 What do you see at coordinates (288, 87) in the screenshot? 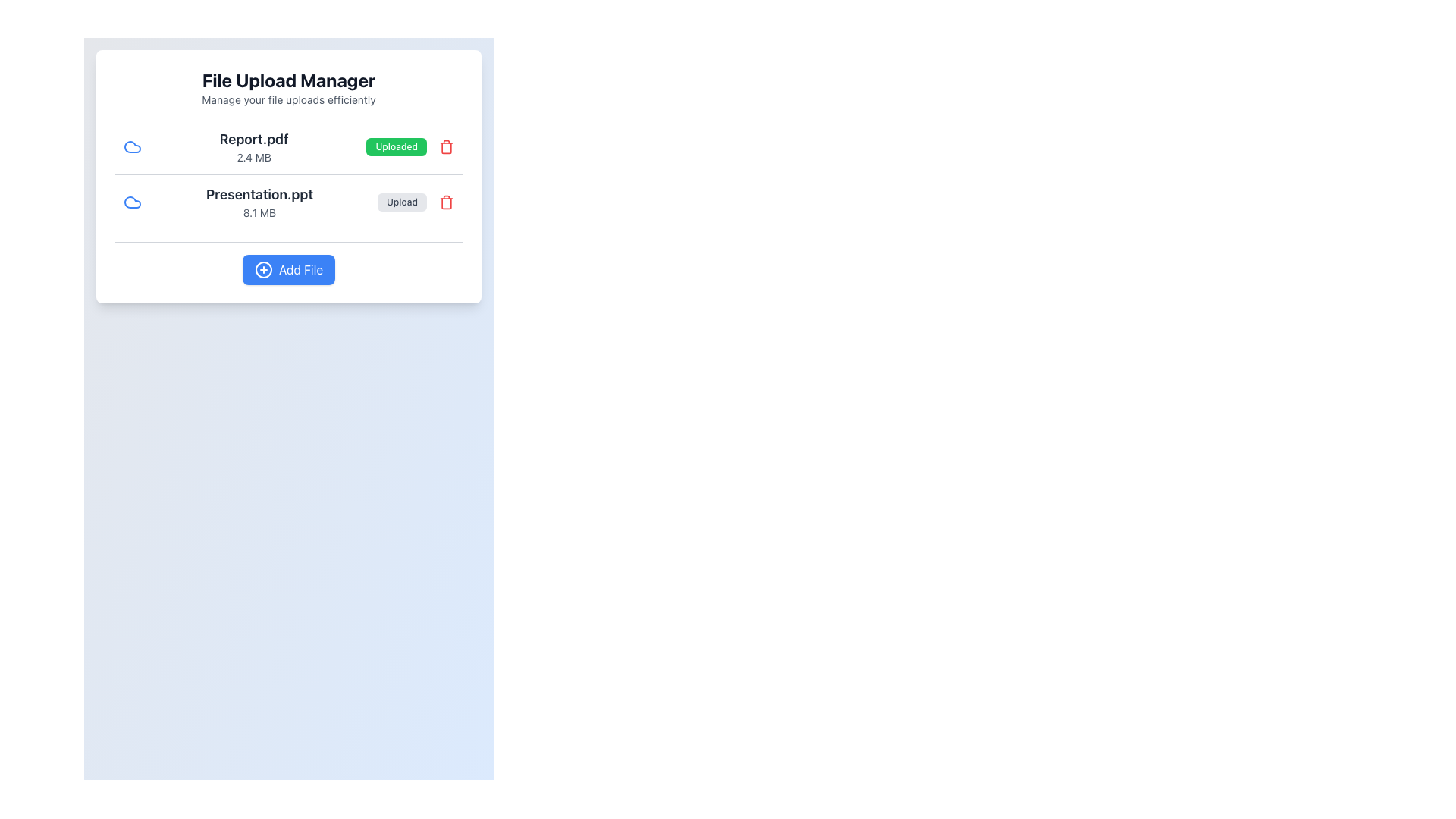
I see `the title and description Text Block at the top-center of the file management interface panel` at bounding box center [288, 87].